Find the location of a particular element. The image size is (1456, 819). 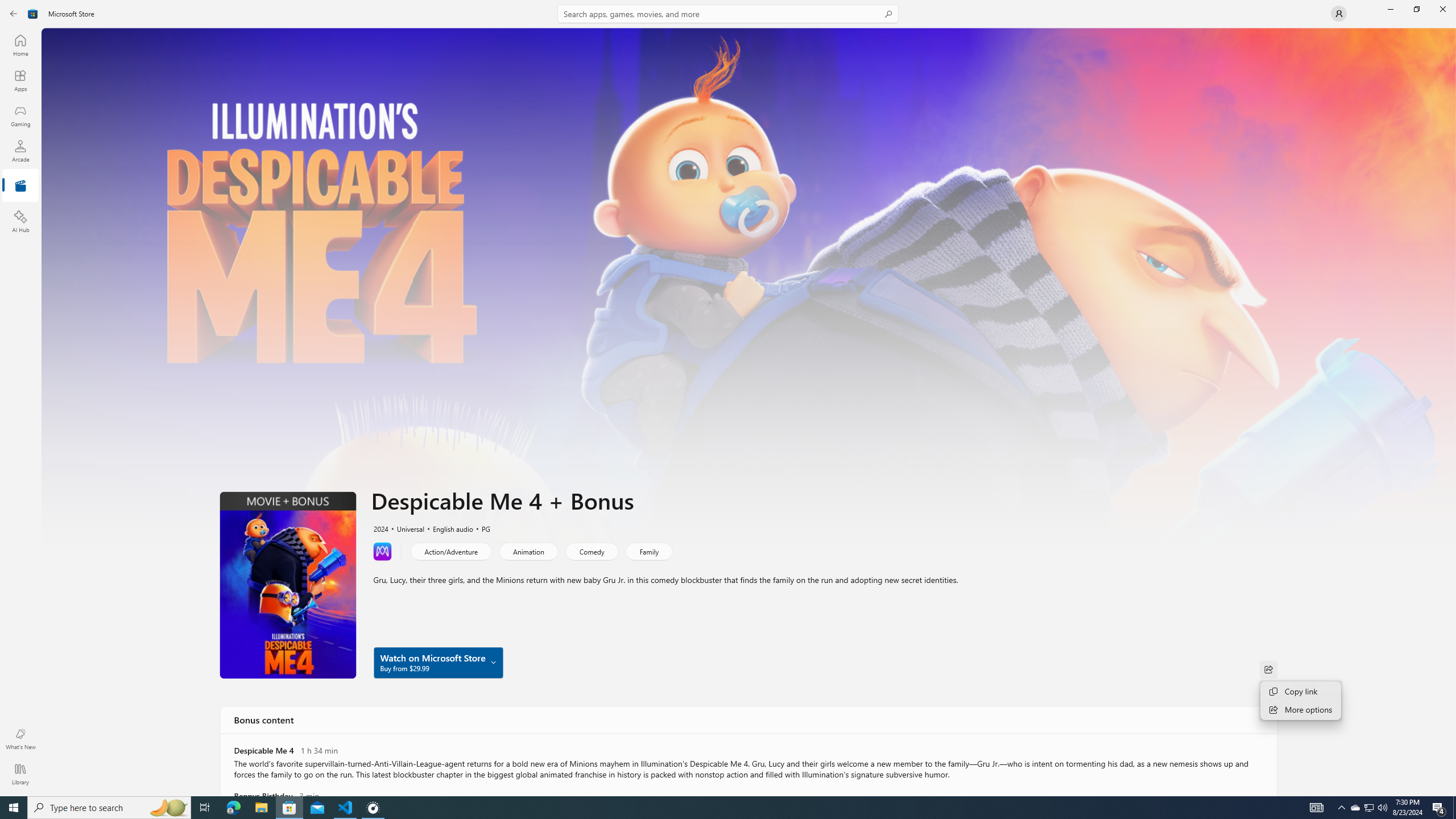

'Back' is located at coordinates (14, 13).